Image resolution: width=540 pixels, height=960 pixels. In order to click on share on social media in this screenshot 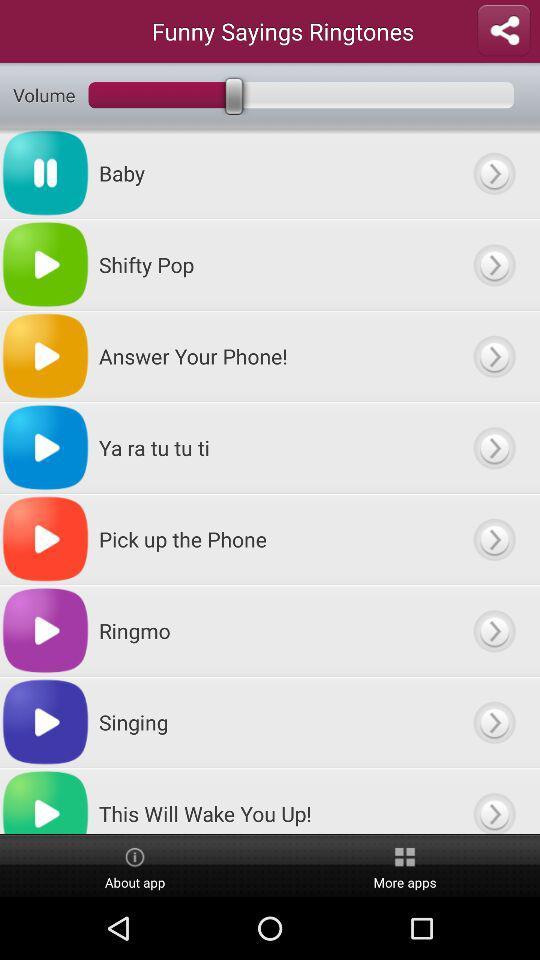, I will do `click(502, 30)`.